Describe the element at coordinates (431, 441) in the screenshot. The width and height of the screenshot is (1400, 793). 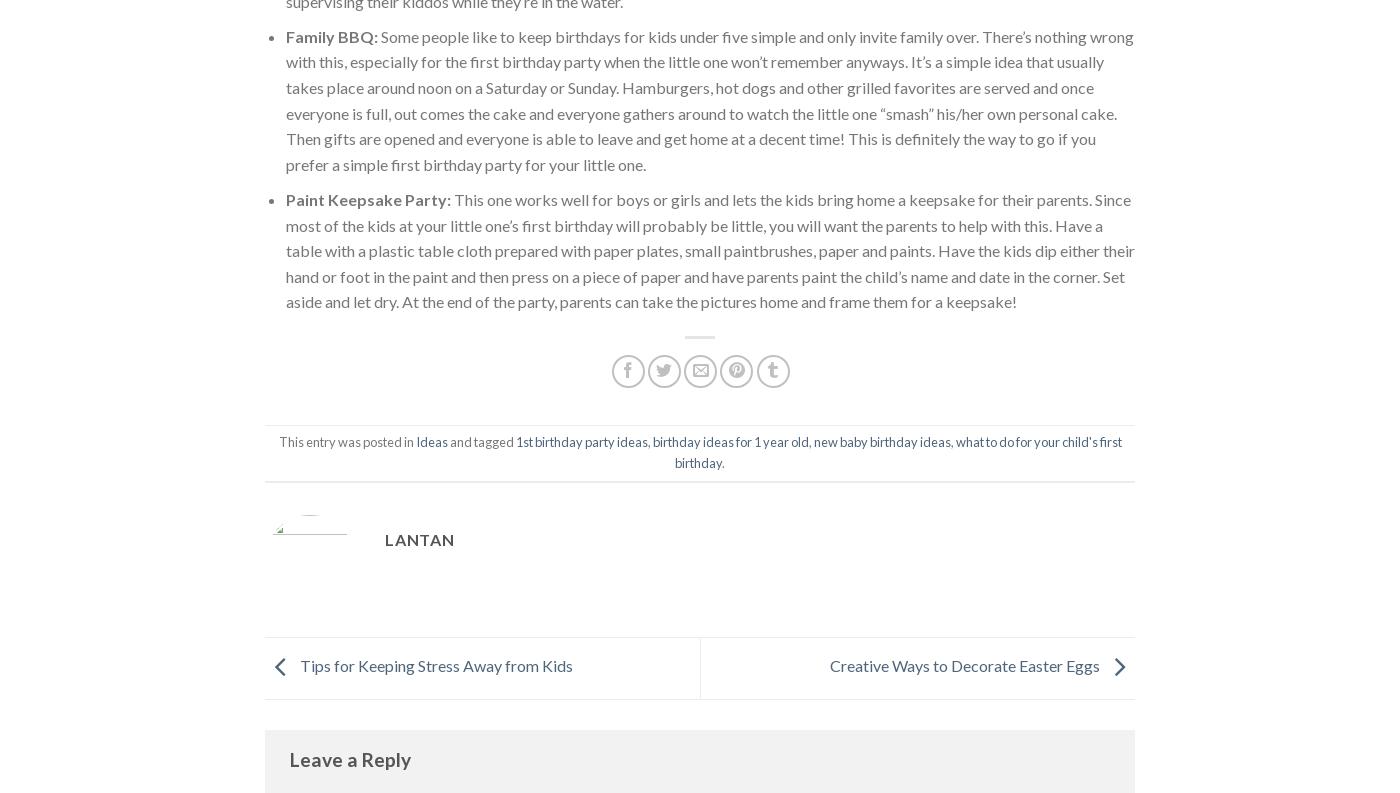
I see `'Ideas'` at that location.